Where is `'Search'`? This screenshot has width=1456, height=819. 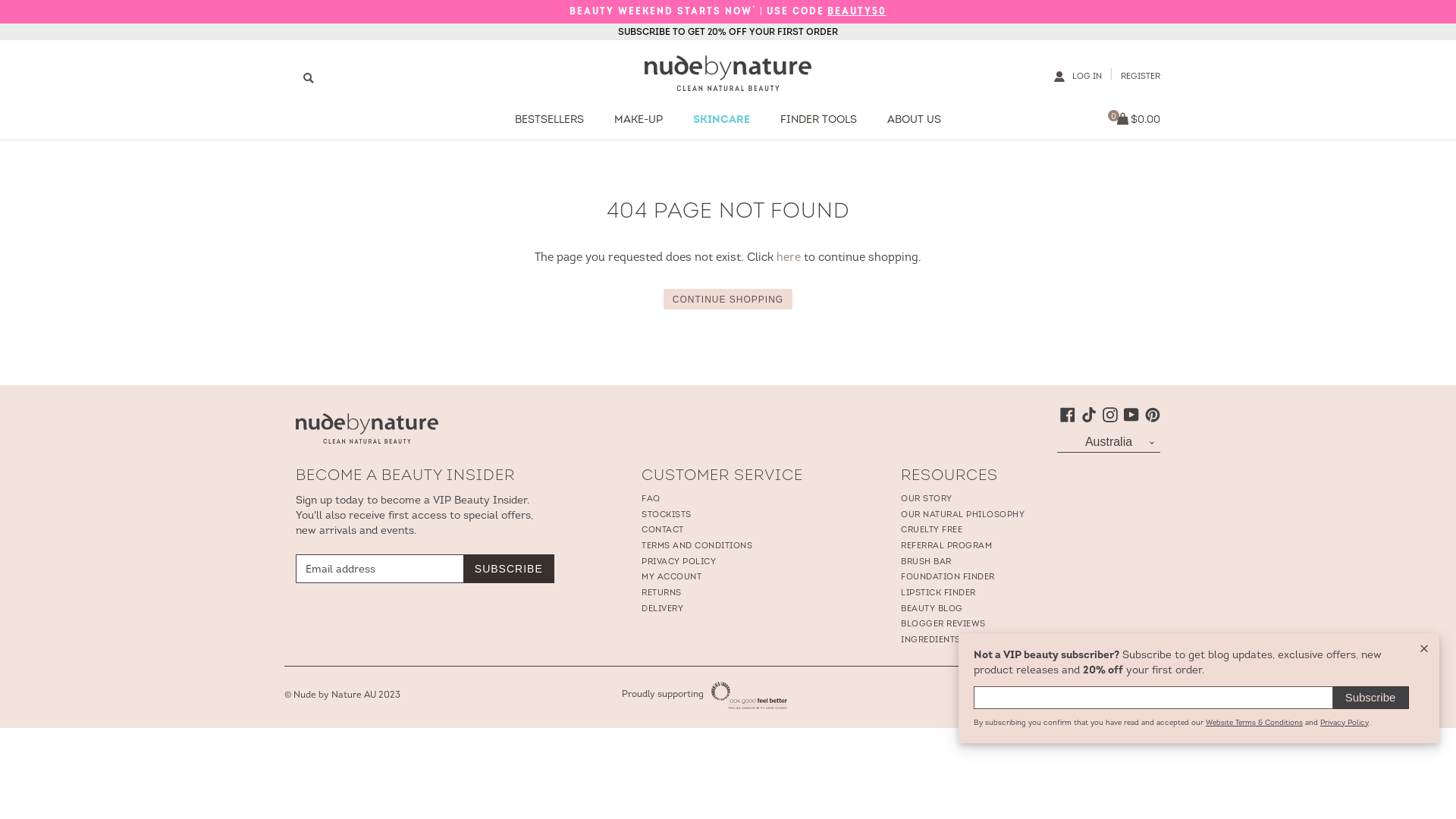
'Search' is located at coordinates (308, 77).